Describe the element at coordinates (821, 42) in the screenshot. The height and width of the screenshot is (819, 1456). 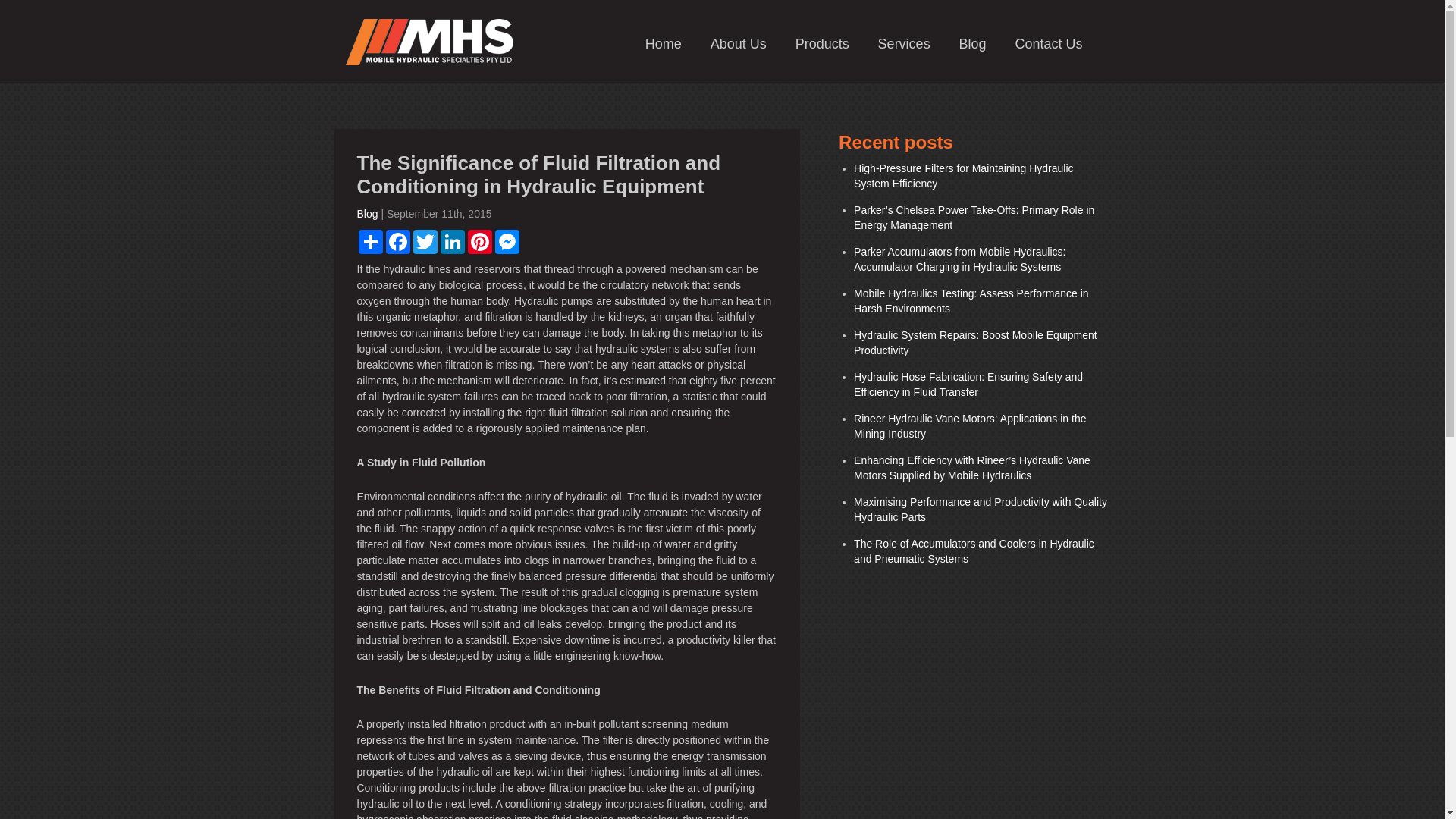
I see `'Products'` at that location.